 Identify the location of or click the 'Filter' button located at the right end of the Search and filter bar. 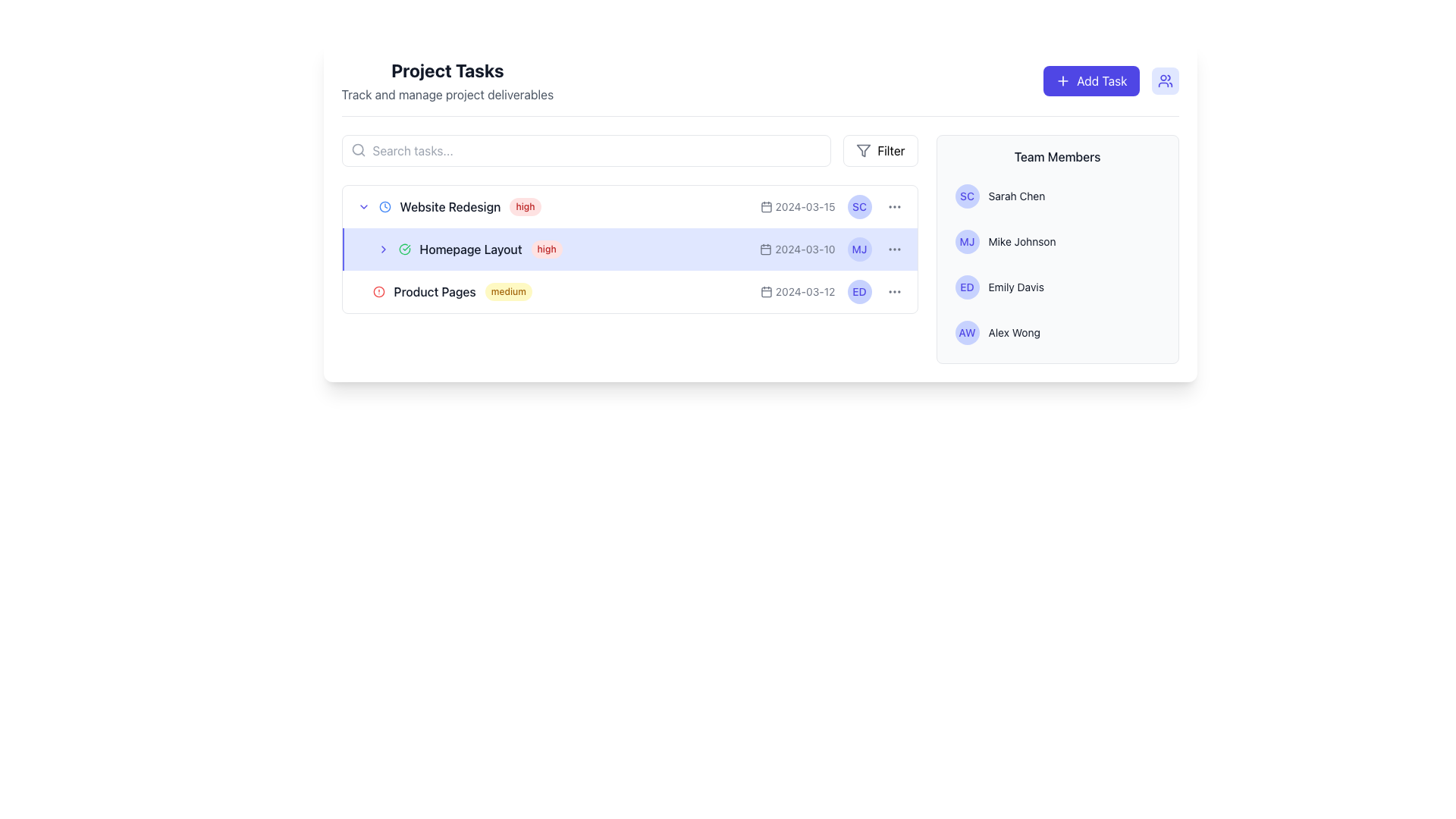
(629, 151).